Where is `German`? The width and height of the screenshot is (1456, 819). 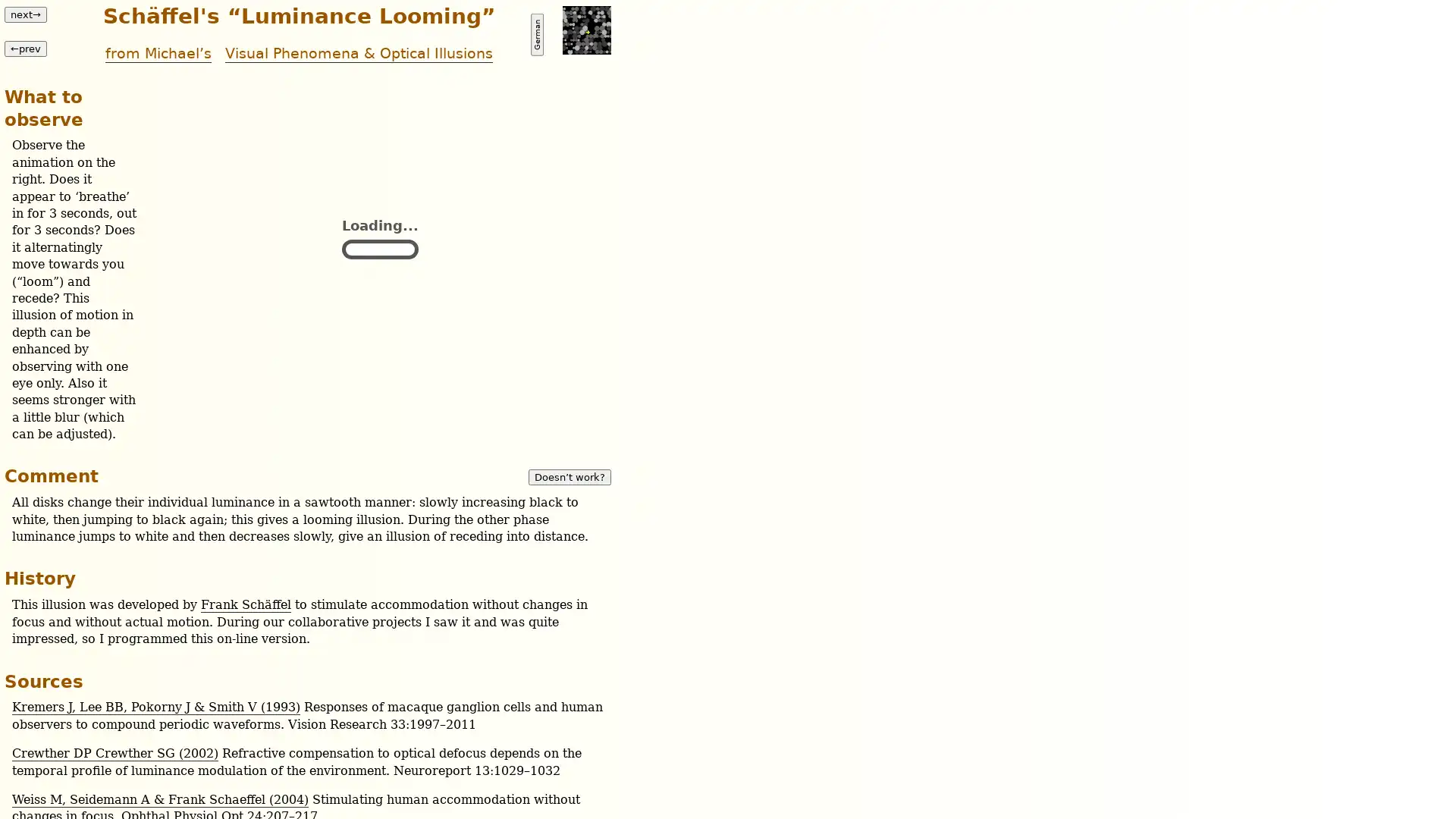 German is located at coordinates (537, 34).